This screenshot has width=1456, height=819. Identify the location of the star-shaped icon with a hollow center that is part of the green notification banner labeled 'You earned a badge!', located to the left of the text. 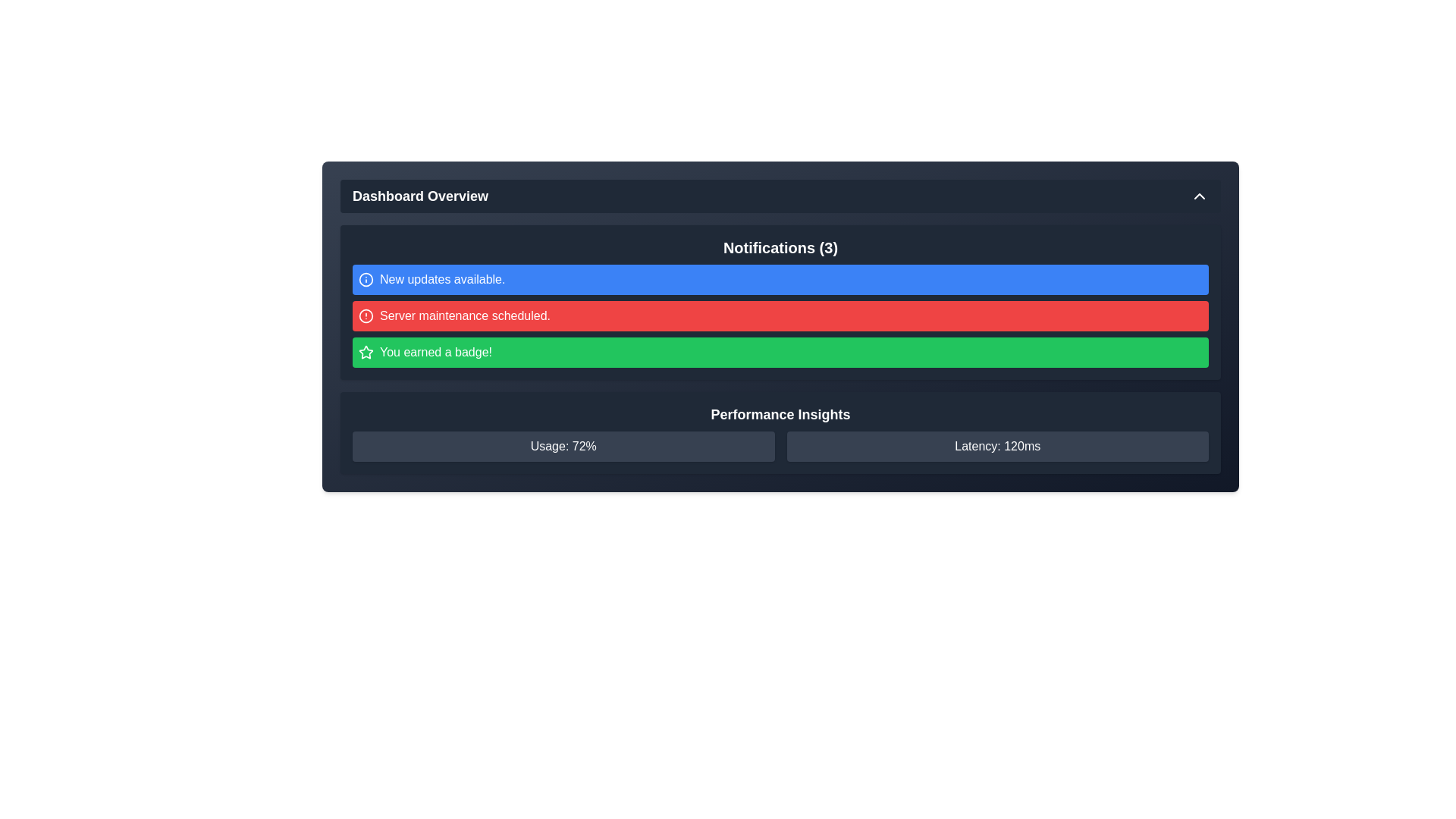
(366, 353).